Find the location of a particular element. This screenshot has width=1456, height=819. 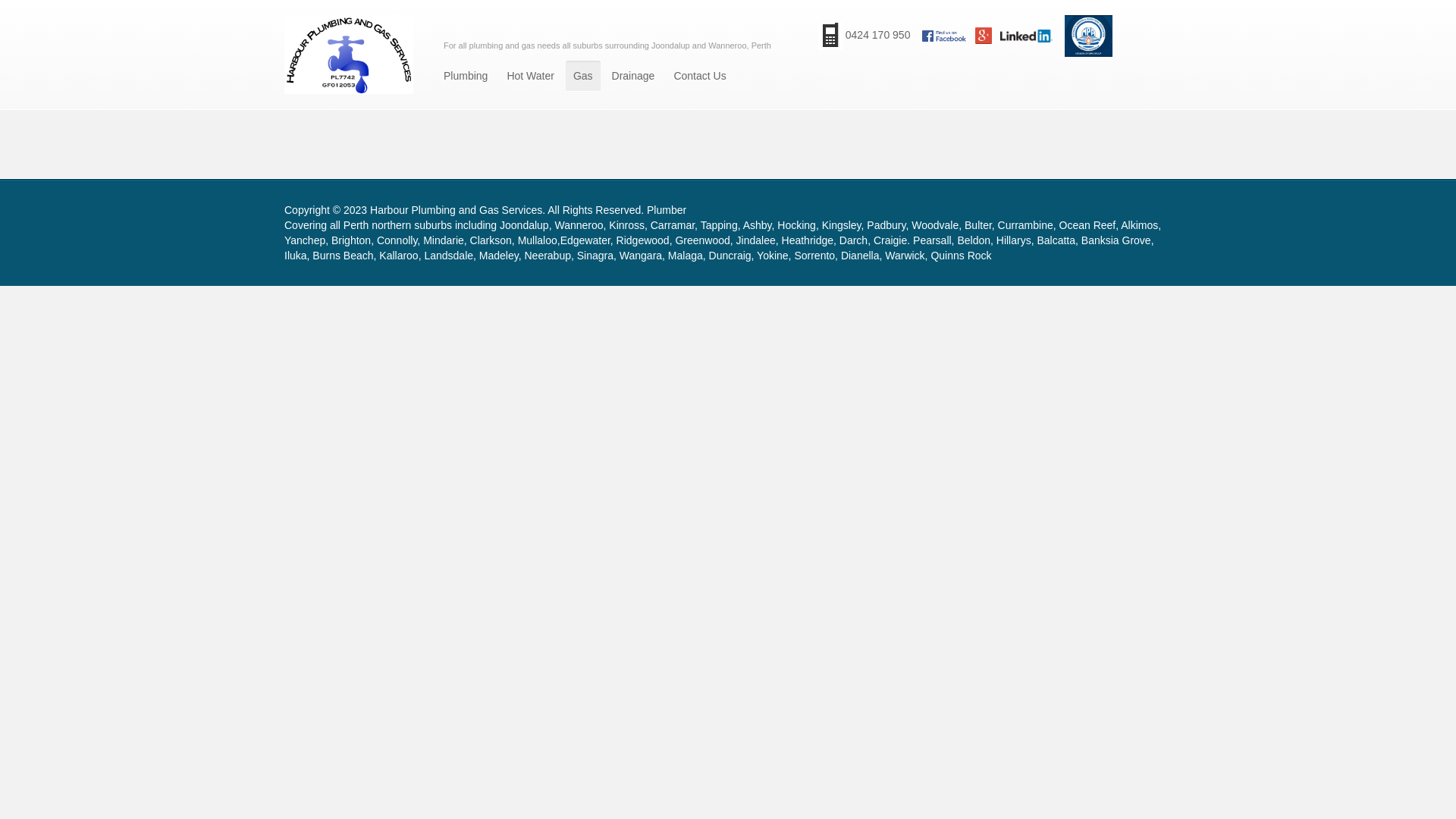

'Hot Water' is located at coordinates (530, 76).